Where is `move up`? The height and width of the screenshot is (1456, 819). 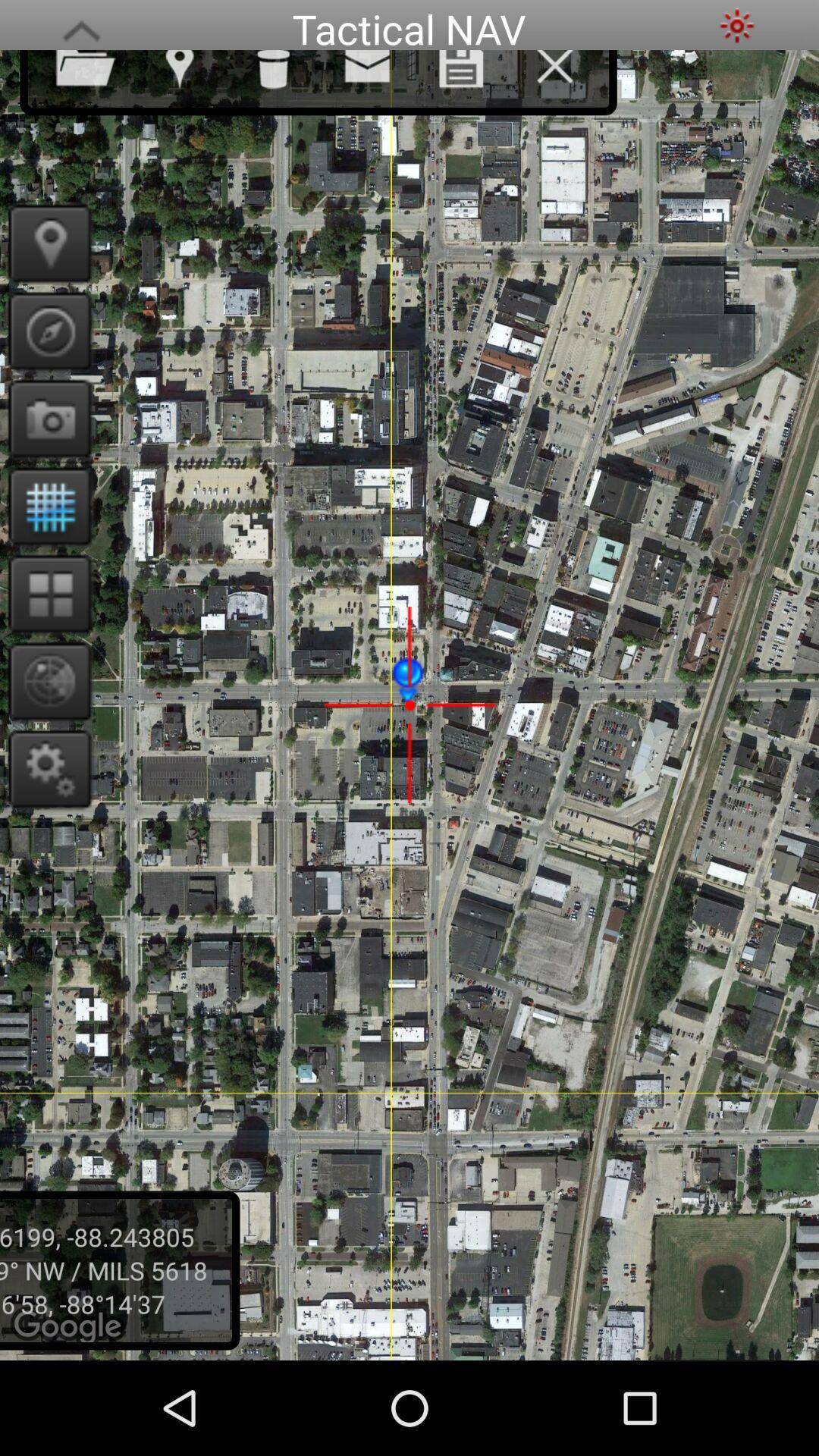 move up is located at coordinates (81, 25).